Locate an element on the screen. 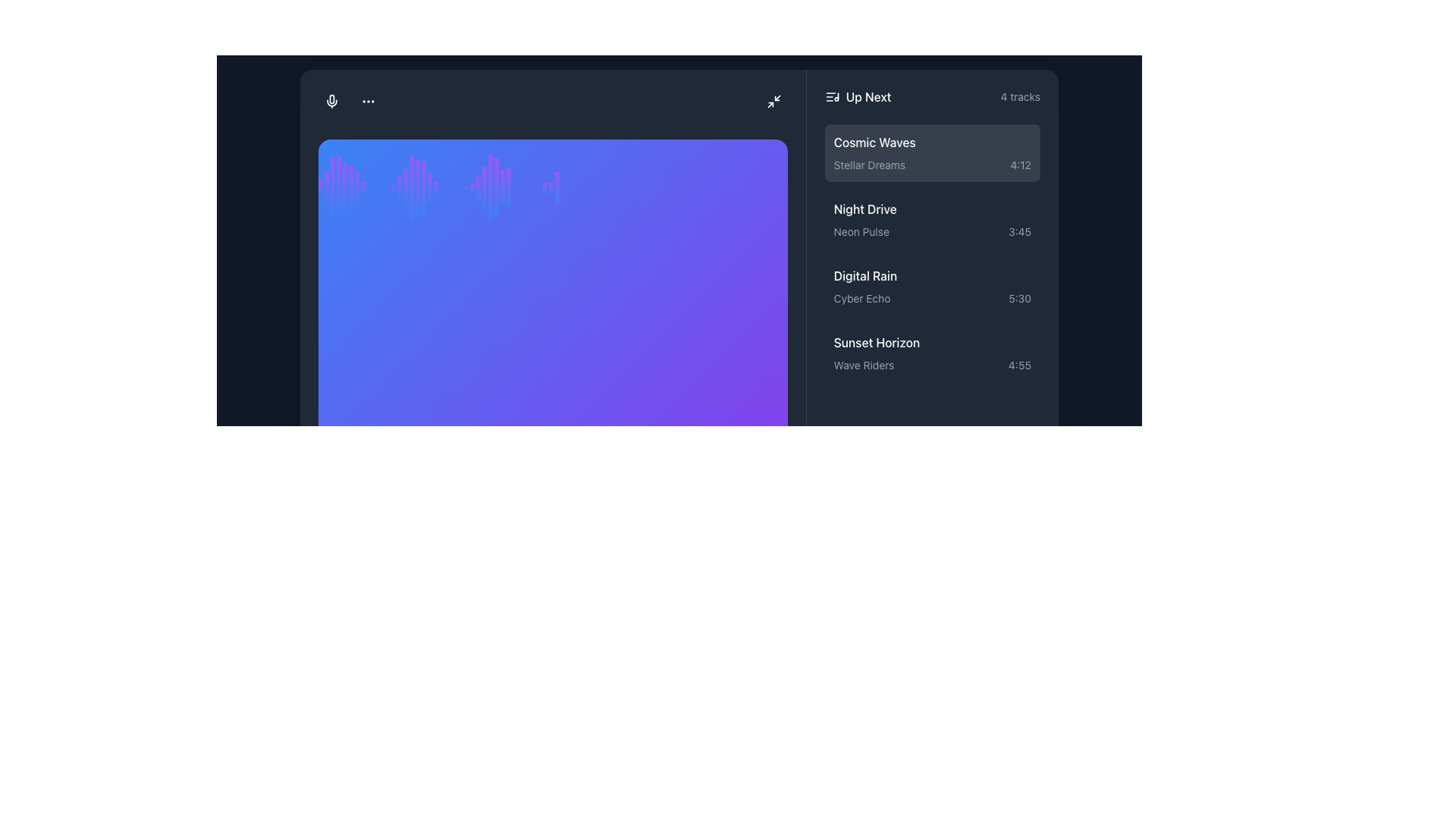  the thirty-first graphical bar in the sequence of vertical bars, which visually represents a segment or value within a graphical equalizer display is located at coordinates (509, 186).